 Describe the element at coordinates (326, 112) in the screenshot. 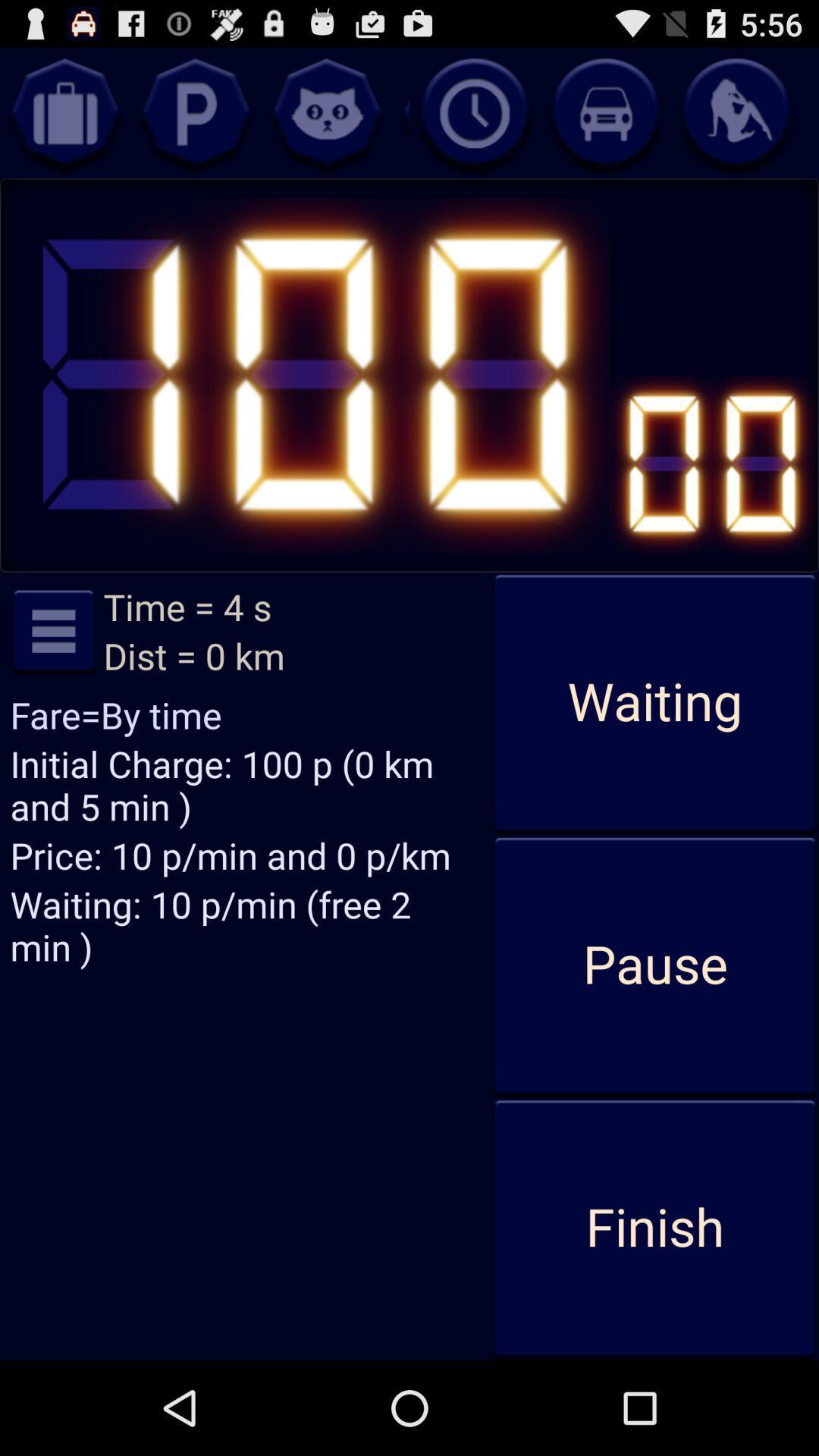

I see `go back` at that location.